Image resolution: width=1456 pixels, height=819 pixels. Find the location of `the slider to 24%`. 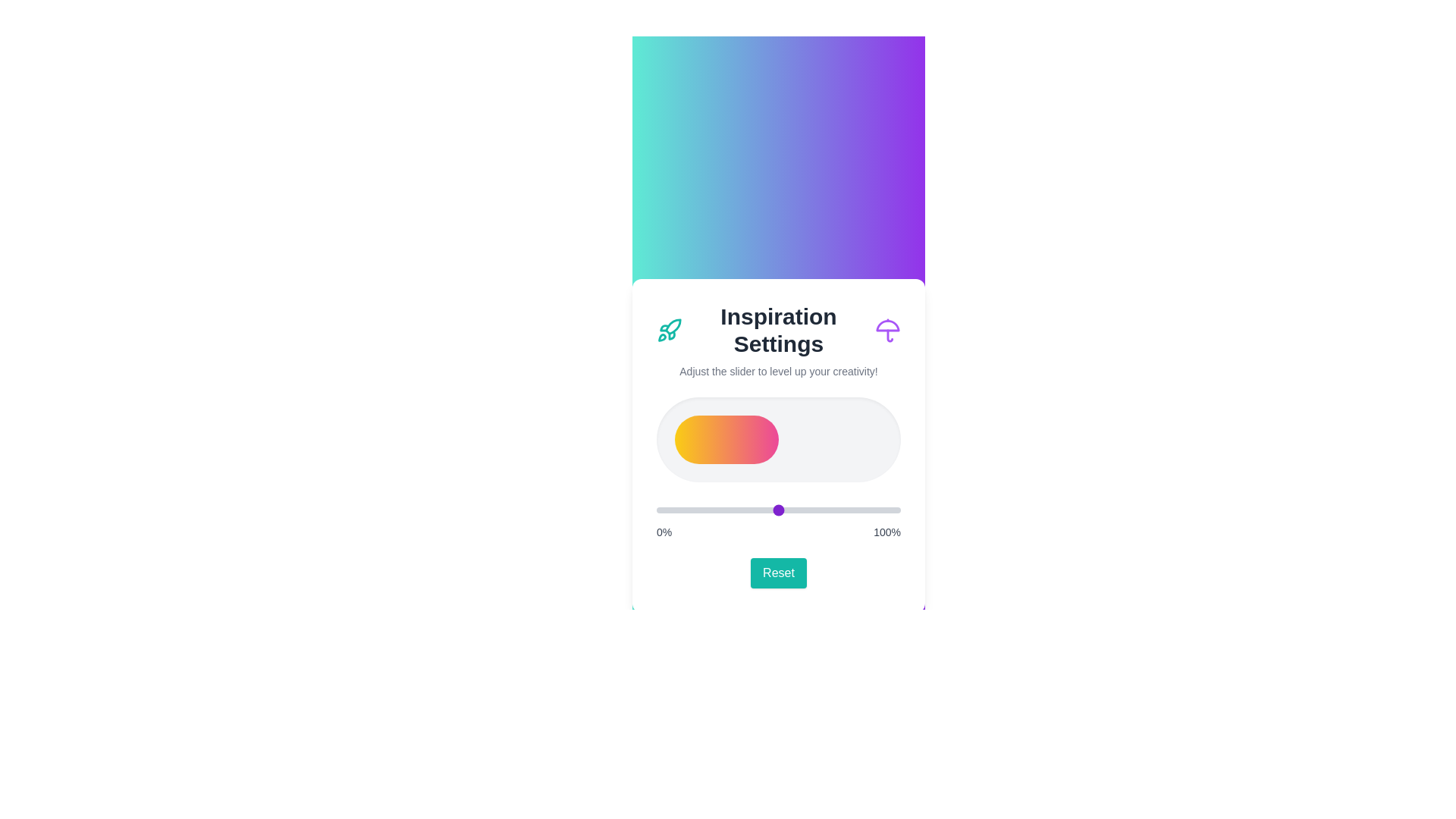

the slider to 24% is located at coordinates (714, 510).